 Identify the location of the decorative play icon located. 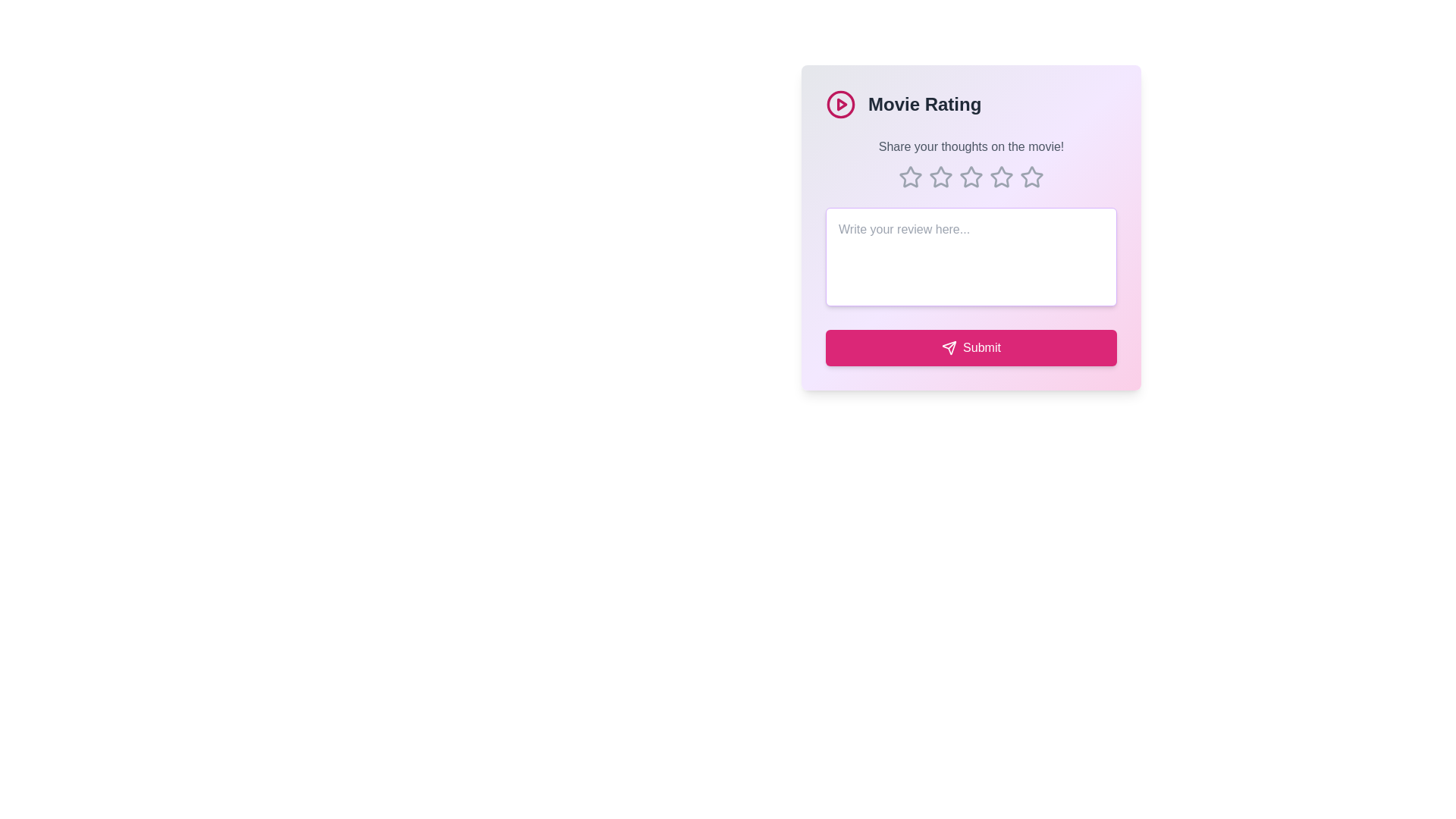
(839, 104).